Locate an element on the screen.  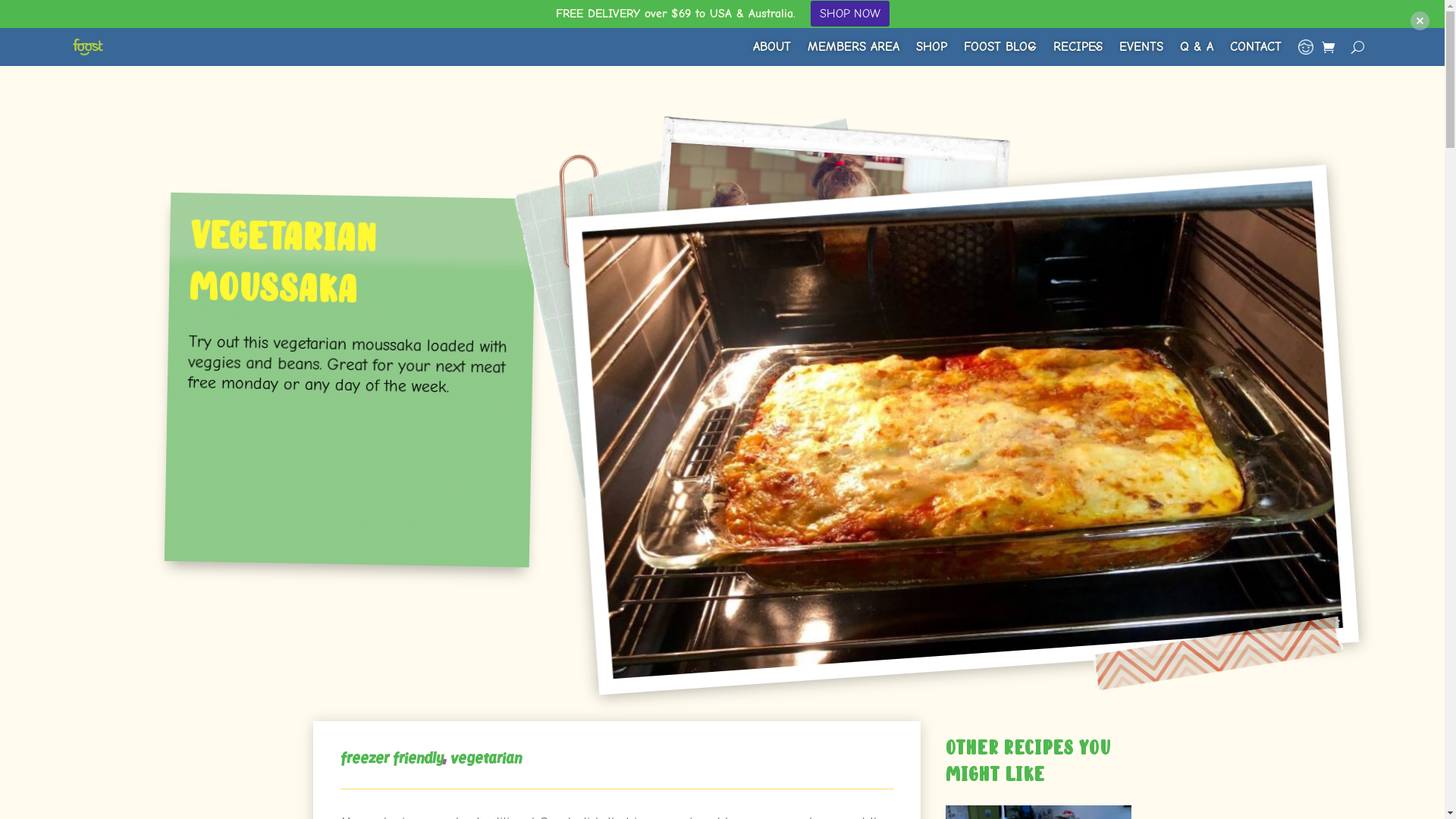
'vegetarian' is located at coordinates (450, 758).